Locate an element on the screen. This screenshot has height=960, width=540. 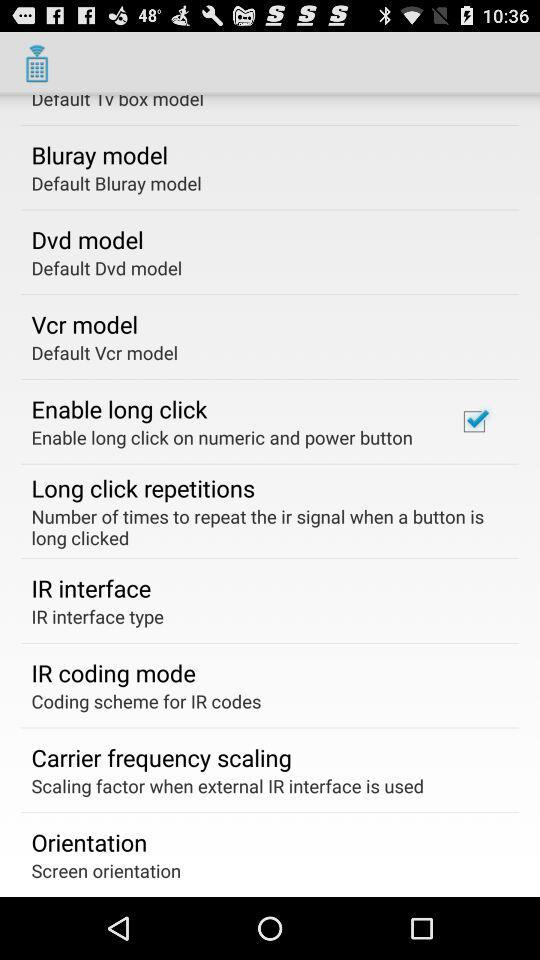
the icon below the carrier frequency scaling app is located at coordinates (226, 785).